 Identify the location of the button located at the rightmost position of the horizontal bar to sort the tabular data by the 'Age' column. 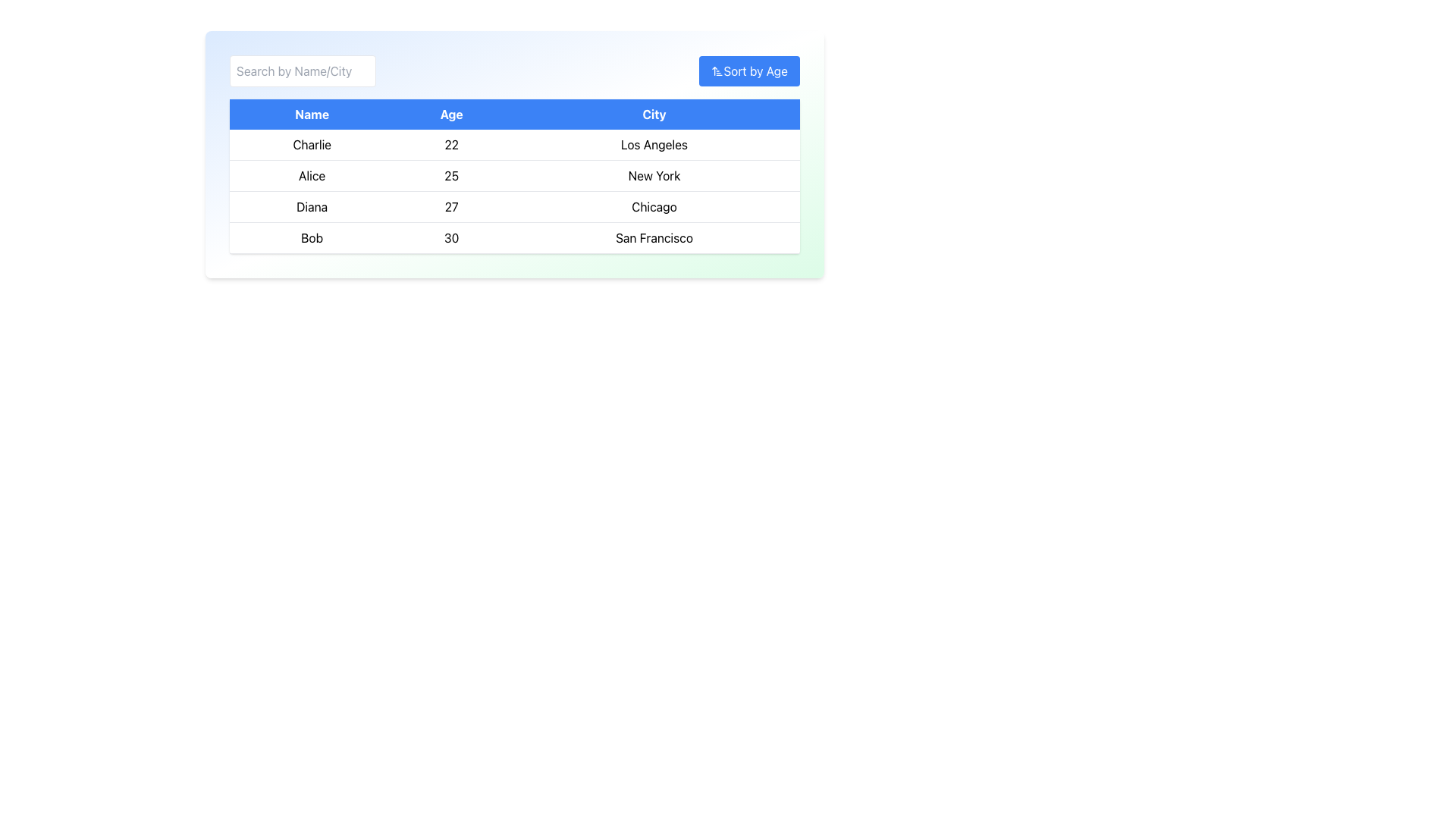
(749, 71).